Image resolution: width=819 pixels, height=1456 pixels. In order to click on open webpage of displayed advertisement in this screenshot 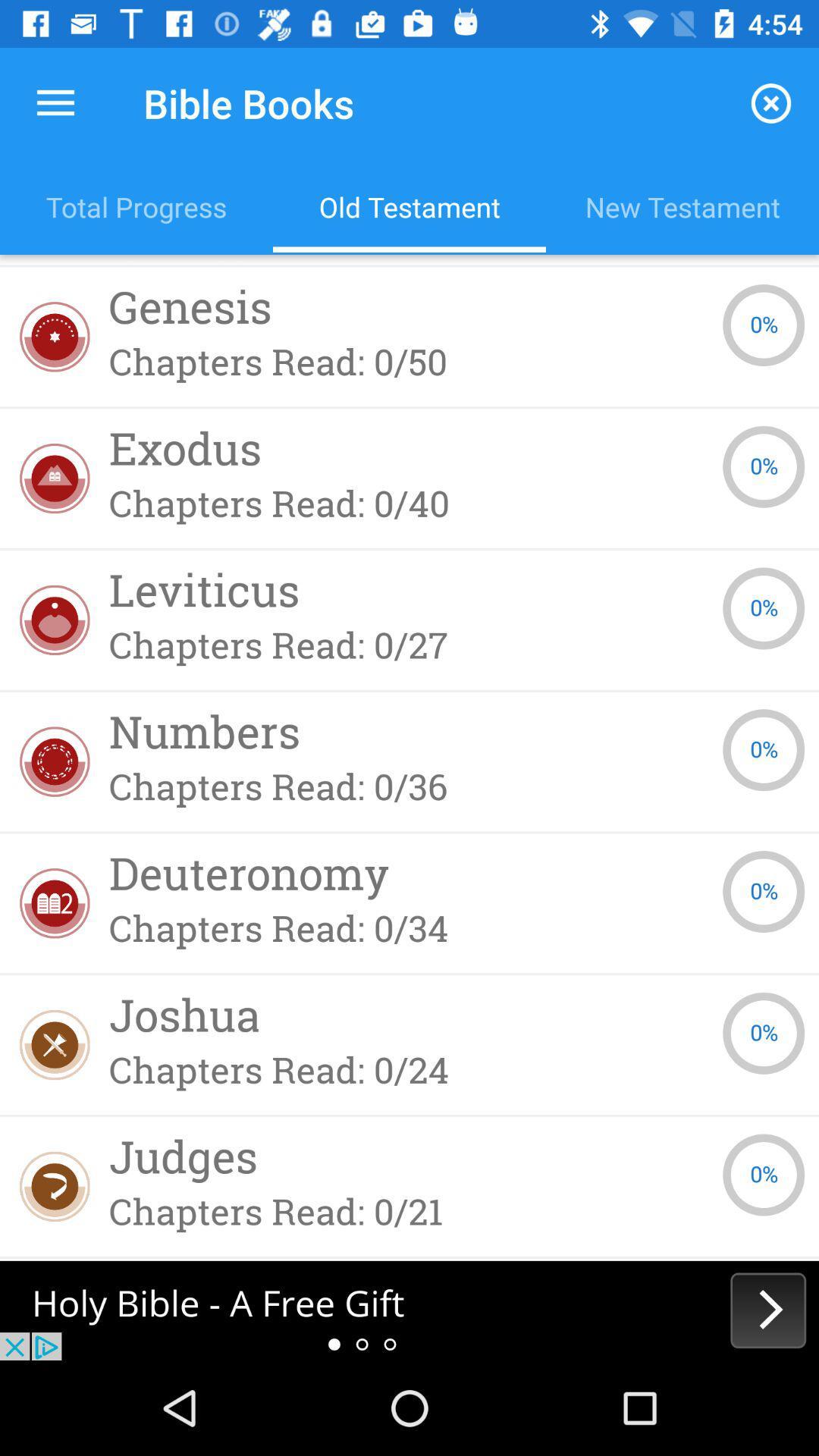, I will do `click(409, 1310)`.